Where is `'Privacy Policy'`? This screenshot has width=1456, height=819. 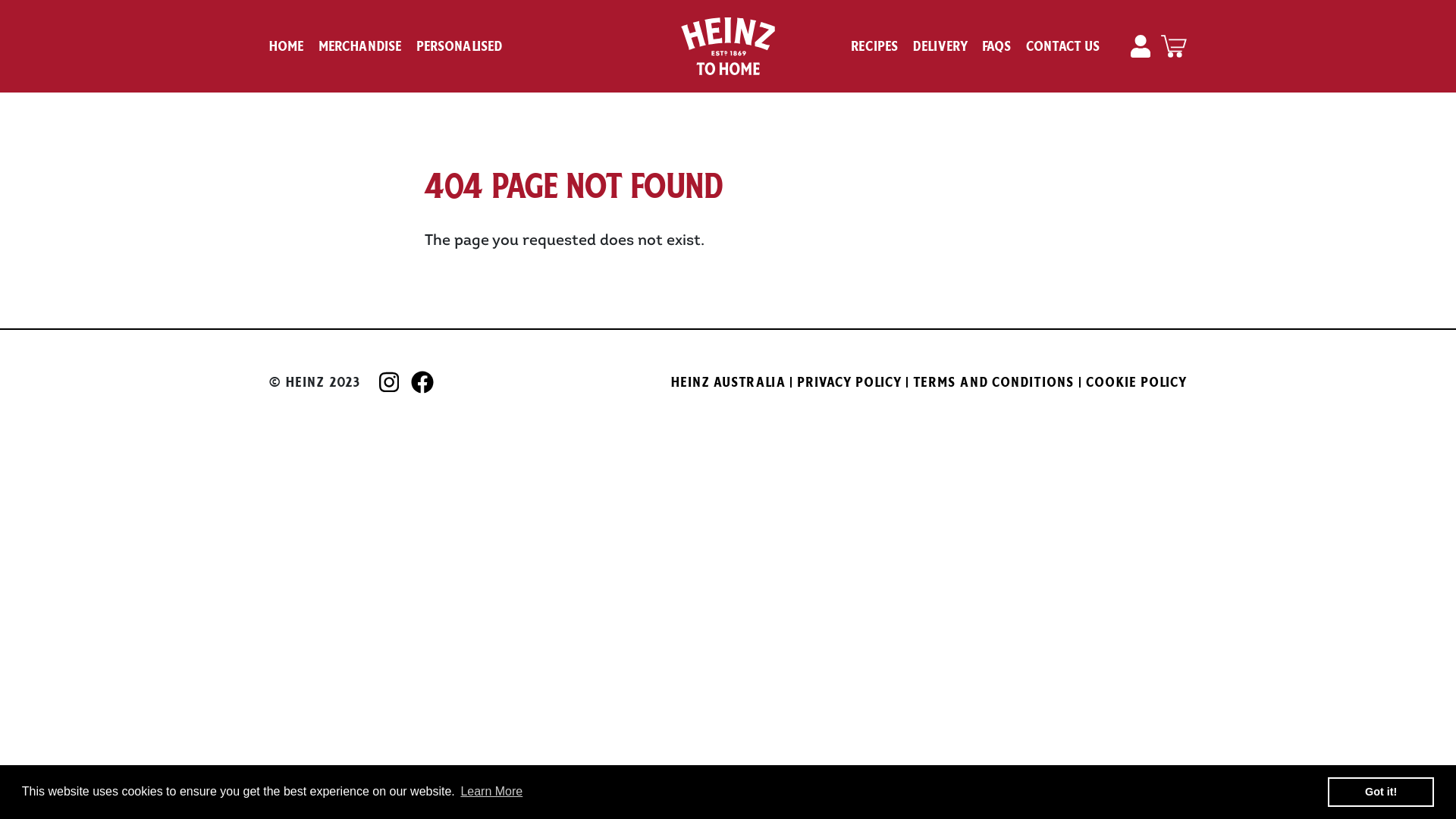 'Privacy Policy' is located at coordinates (849, 381).